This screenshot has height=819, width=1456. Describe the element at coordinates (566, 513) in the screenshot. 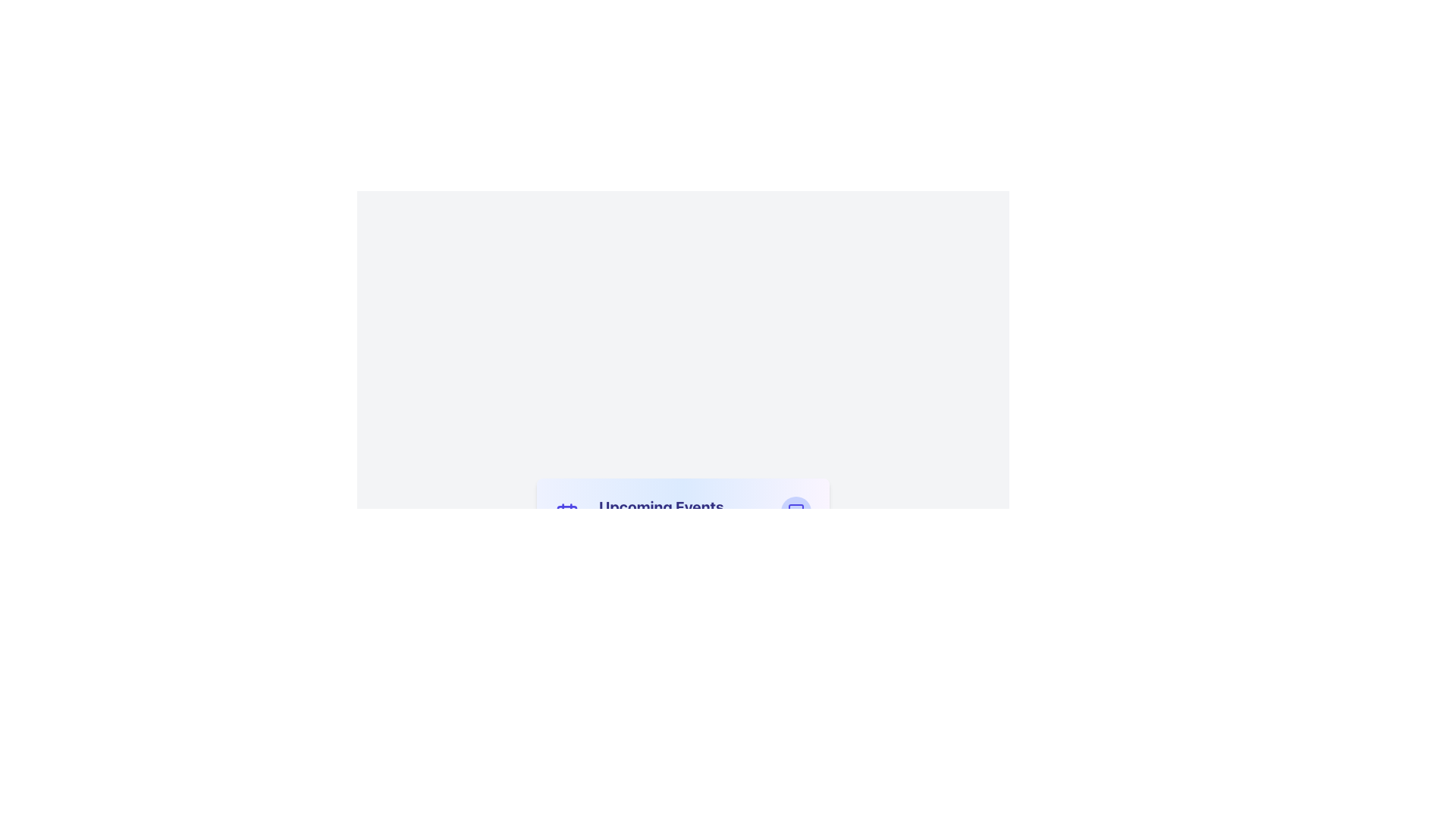

I see `the indigo calendar icon, which has a rectangular outline with rounded corners and a clip-like structure, located to the left of the 'Upcoming Events' text block` at that location.